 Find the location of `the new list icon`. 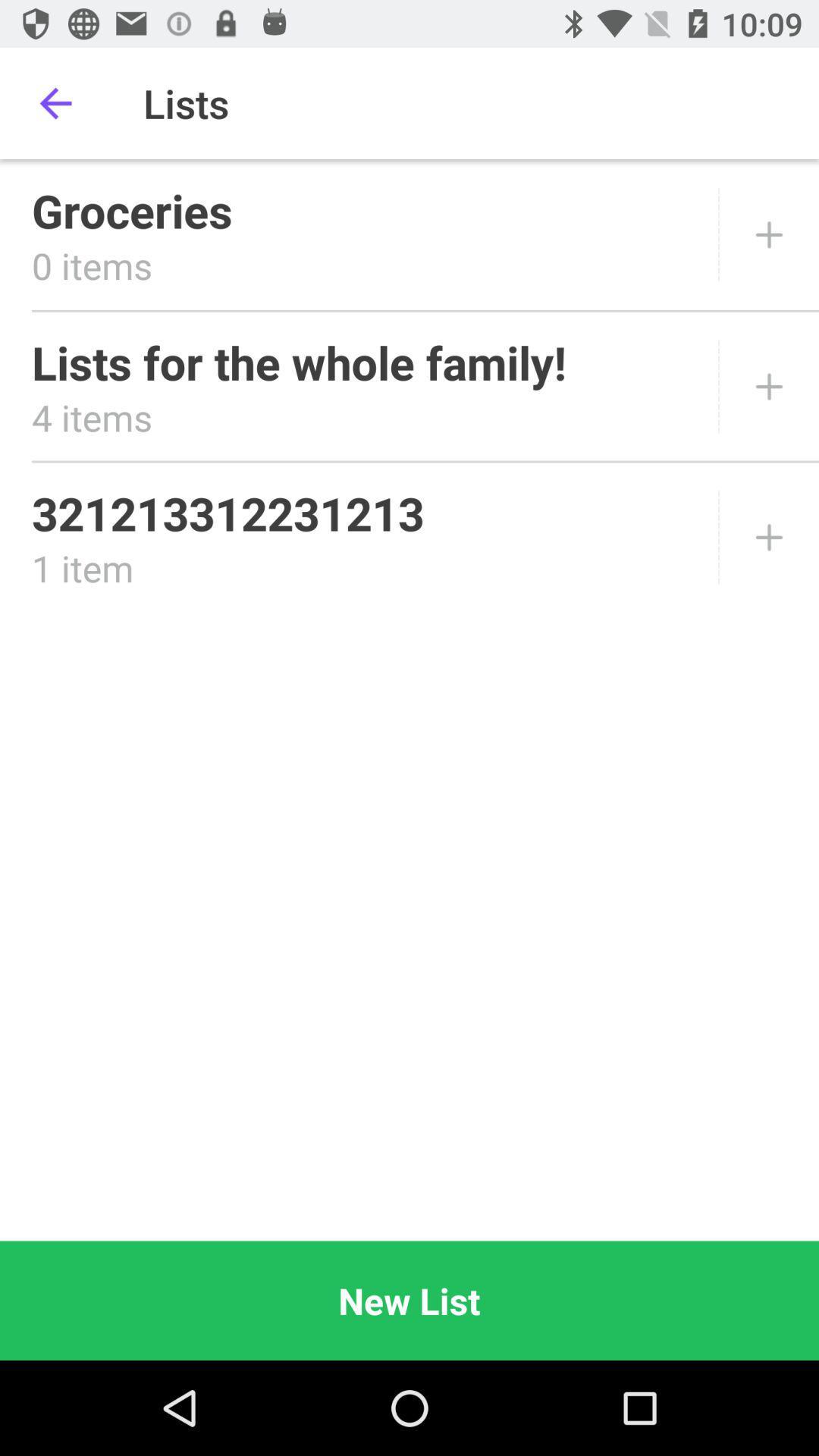

the new list icon is located at coordinates (409, 1300).